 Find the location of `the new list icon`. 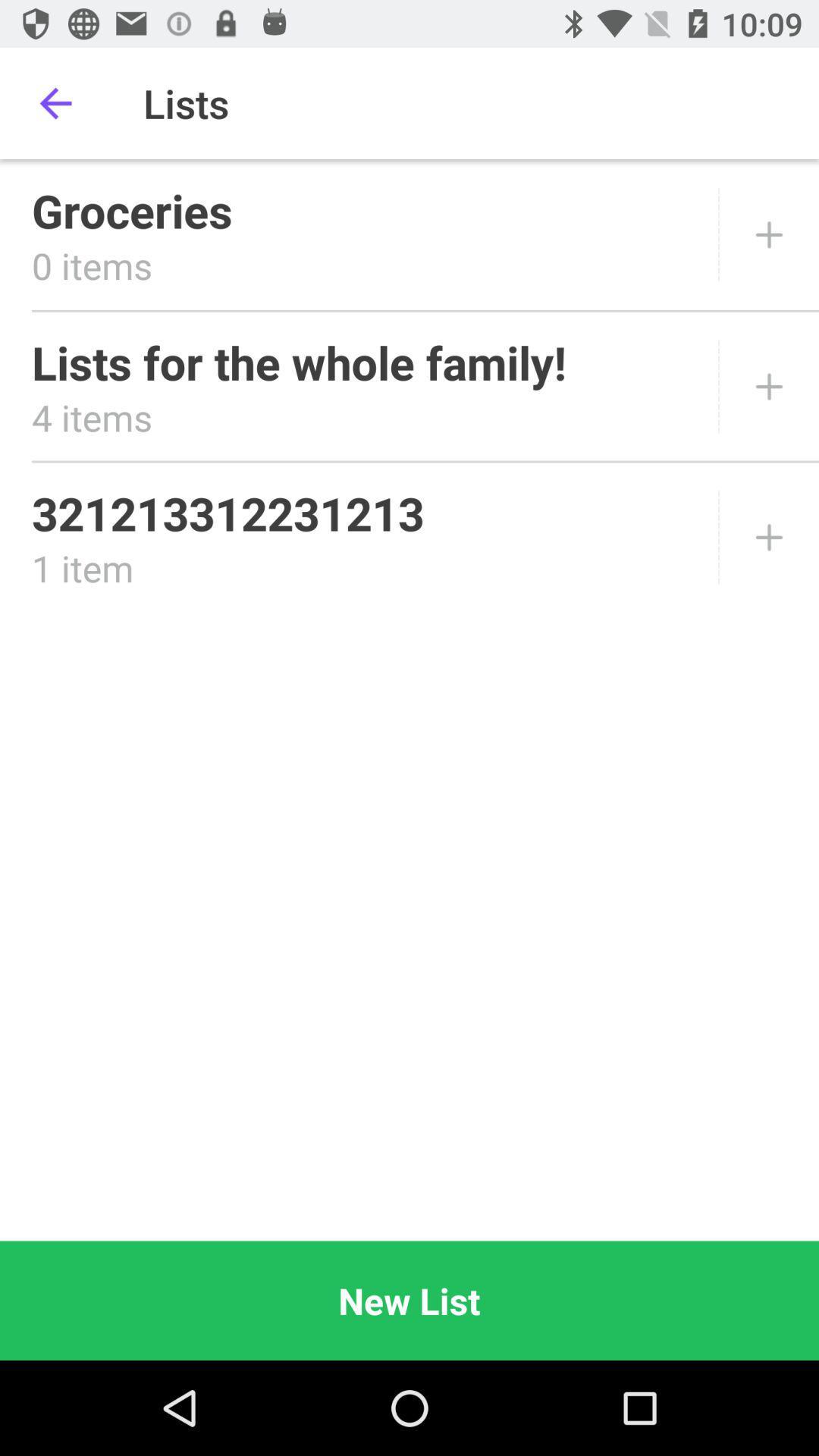

the new list icon is located at coordinates (409, 1300).